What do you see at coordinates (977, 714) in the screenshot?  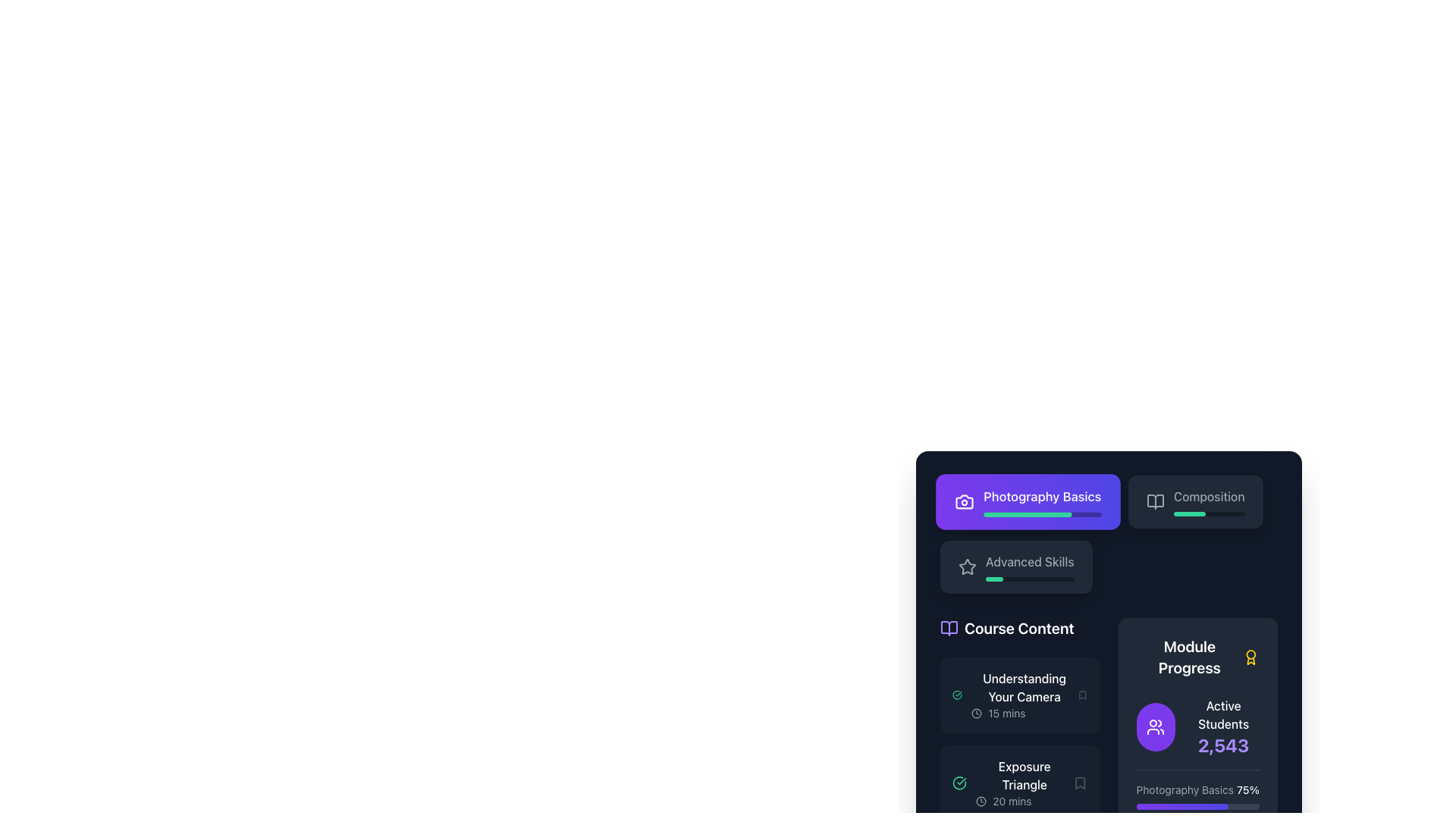 I see `the small circular SVG element that is part of the clock icon, located to the left of 'Understanding Your Camera' in the 'Course Content' section` at bounding box center [977, 714].